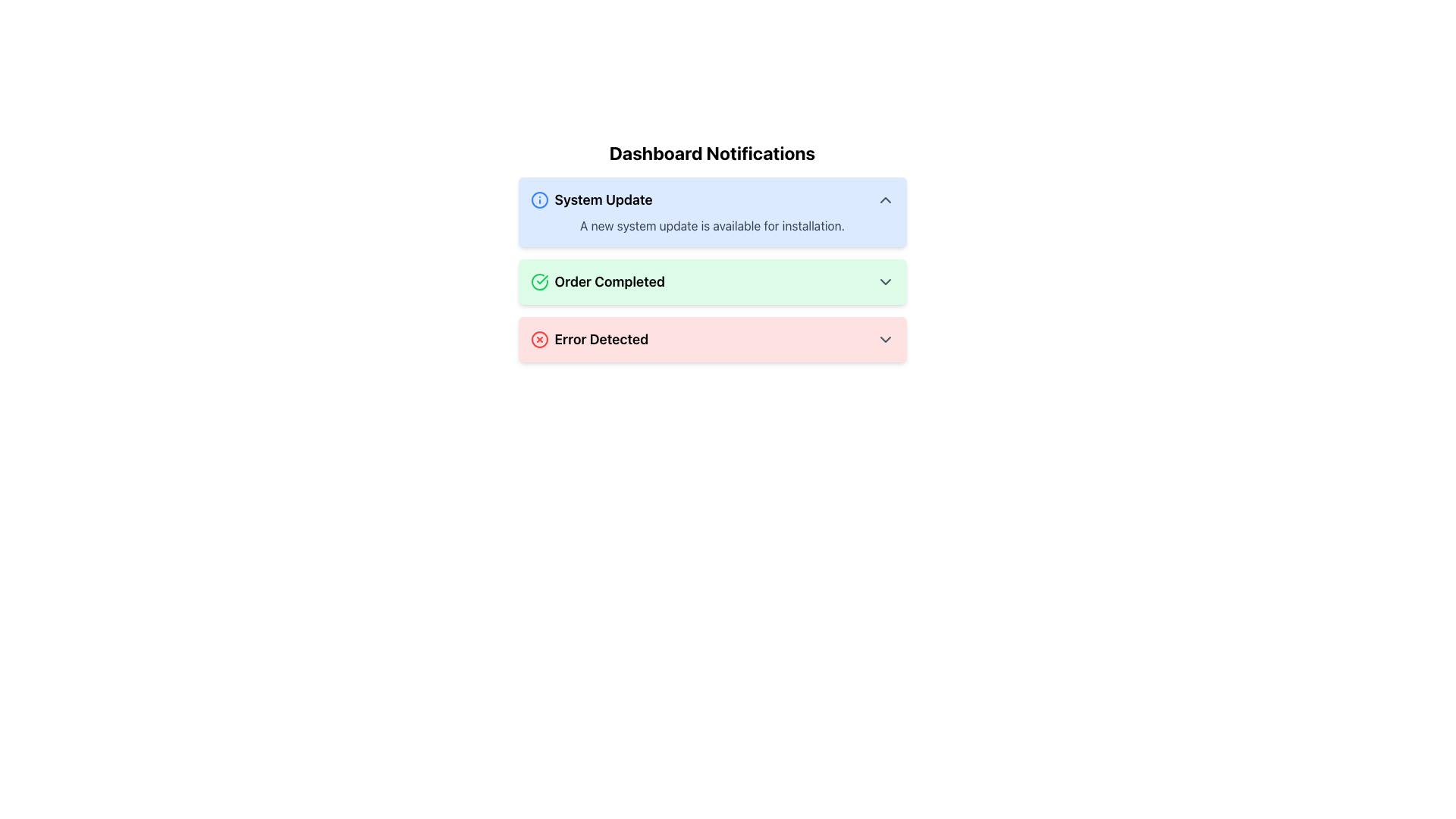  What do you see at coordinates (885, 338) in the screenshot?
I see `the interactive chevron icon in the 'Error Detected' notification box` at bounding box center [885, 338].